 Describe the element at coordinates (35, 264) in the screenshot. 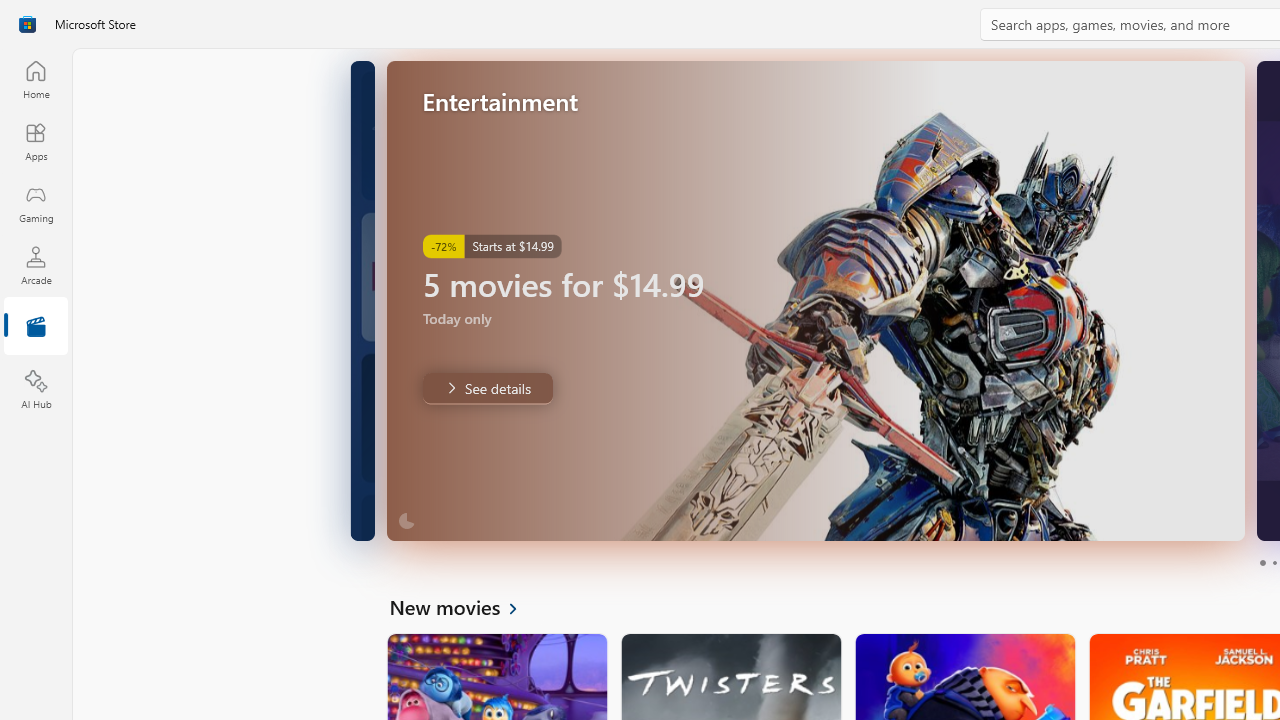

I see `'Arcade'` at that location.